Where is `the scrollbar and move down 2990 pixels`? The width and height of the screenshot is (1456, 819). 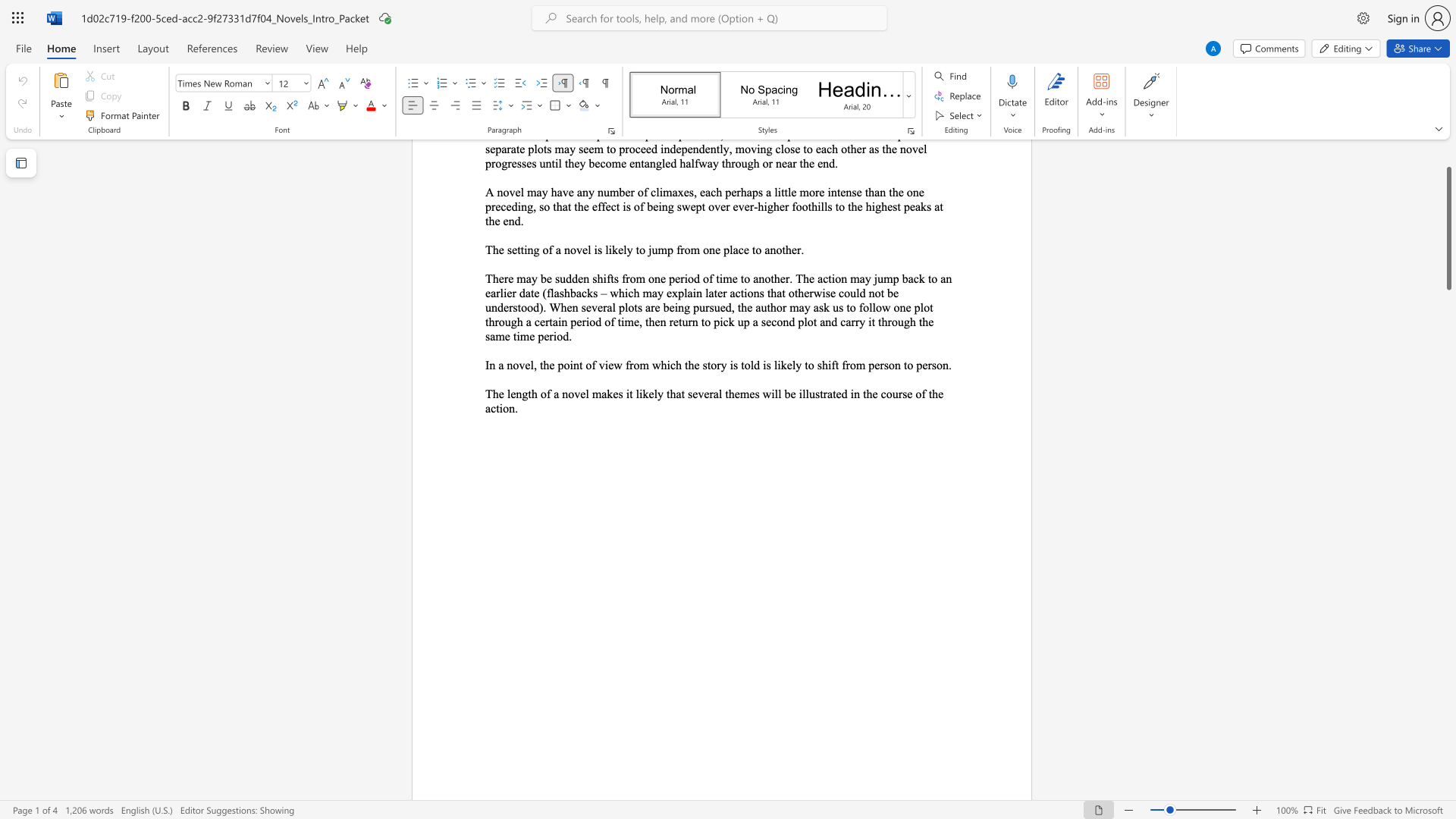 the scrollbar and move down 2990 pixels is located at coordinates (1448, 228).